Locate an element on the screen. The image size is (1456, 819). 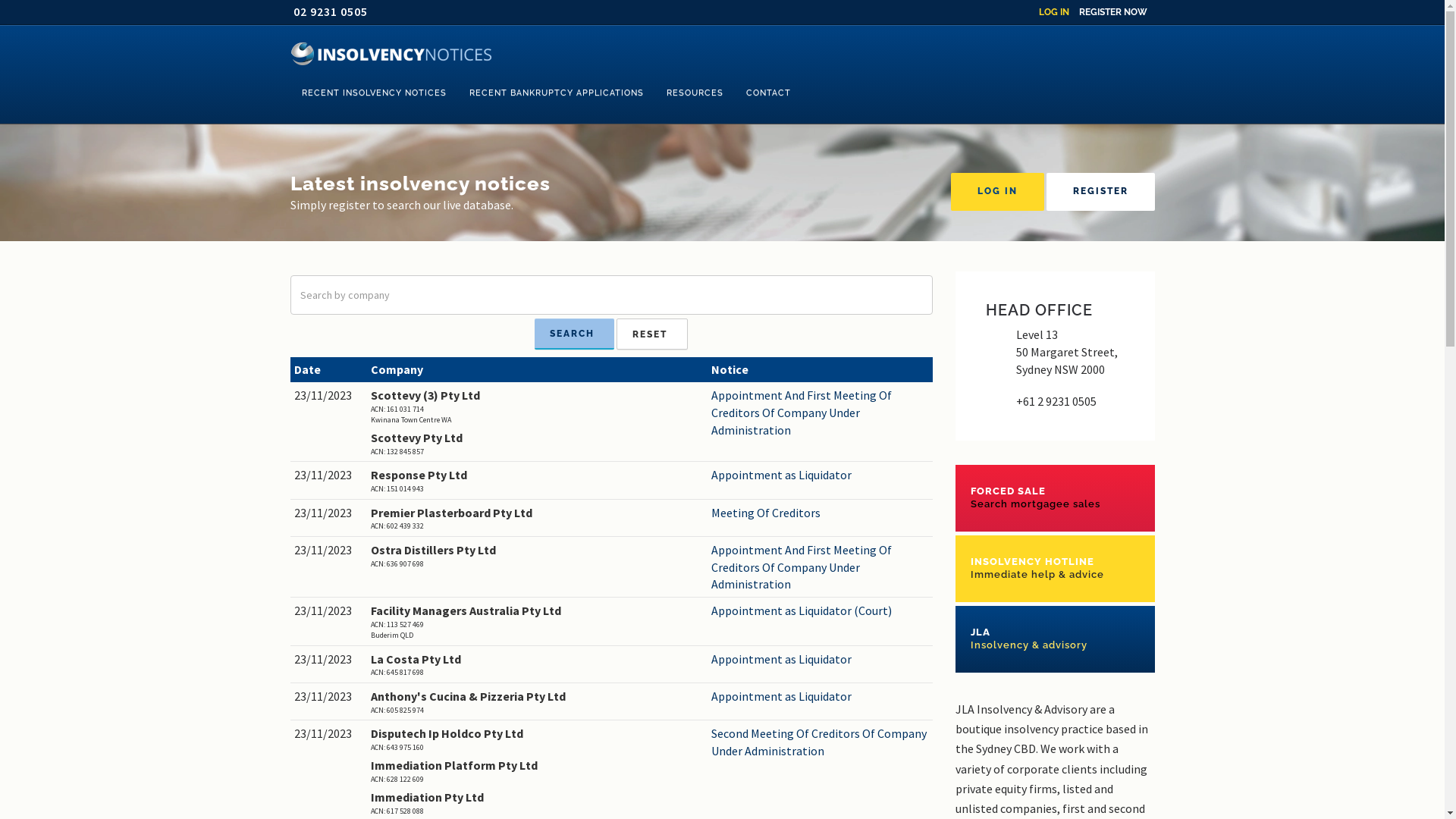
'Ostra Distillers Pty Ltd is located at coordinates (537, 555).